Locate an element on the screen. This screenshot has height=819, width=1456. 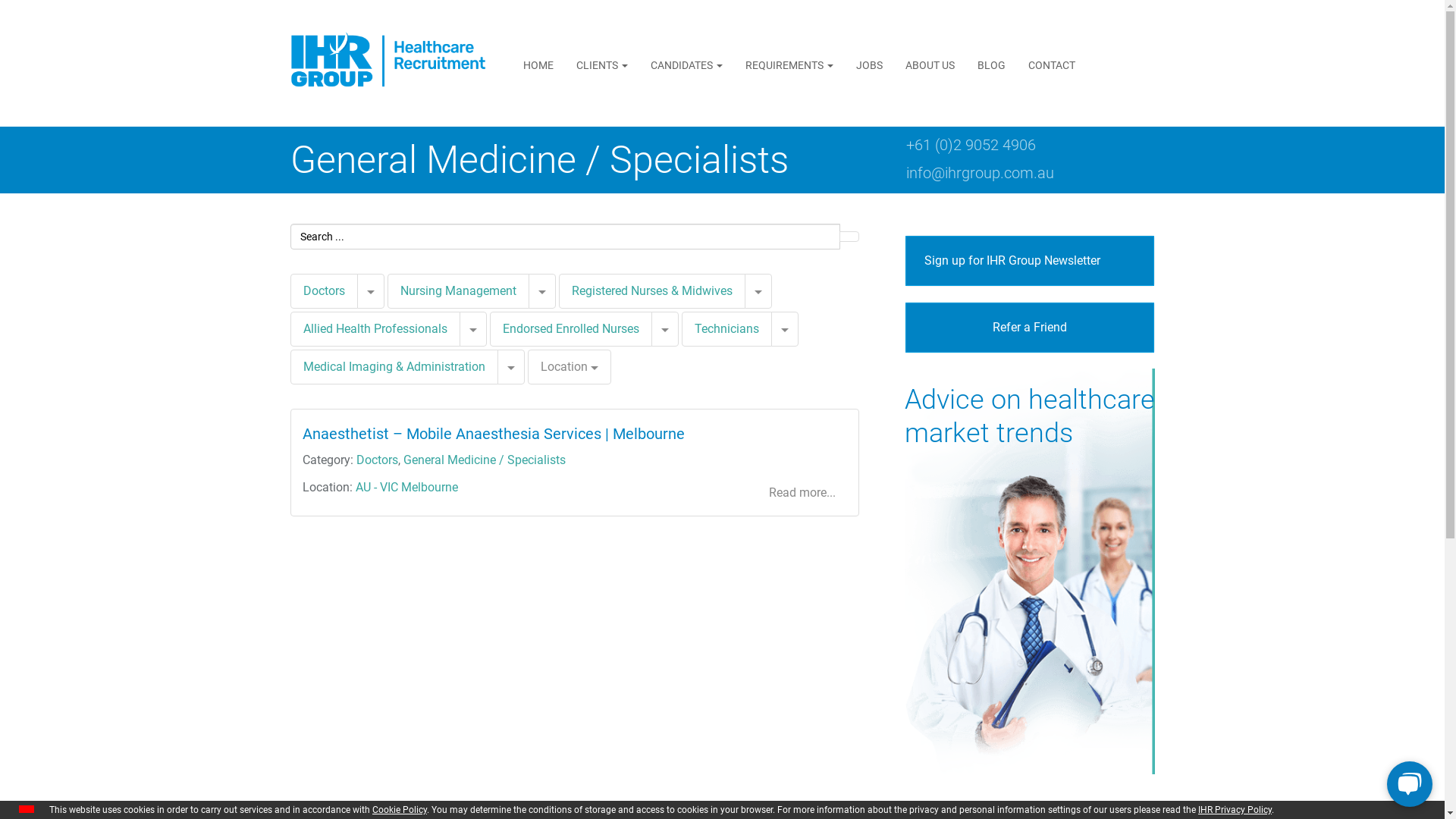
'Toggle Dropdown' is located at coordinates (758, 291).